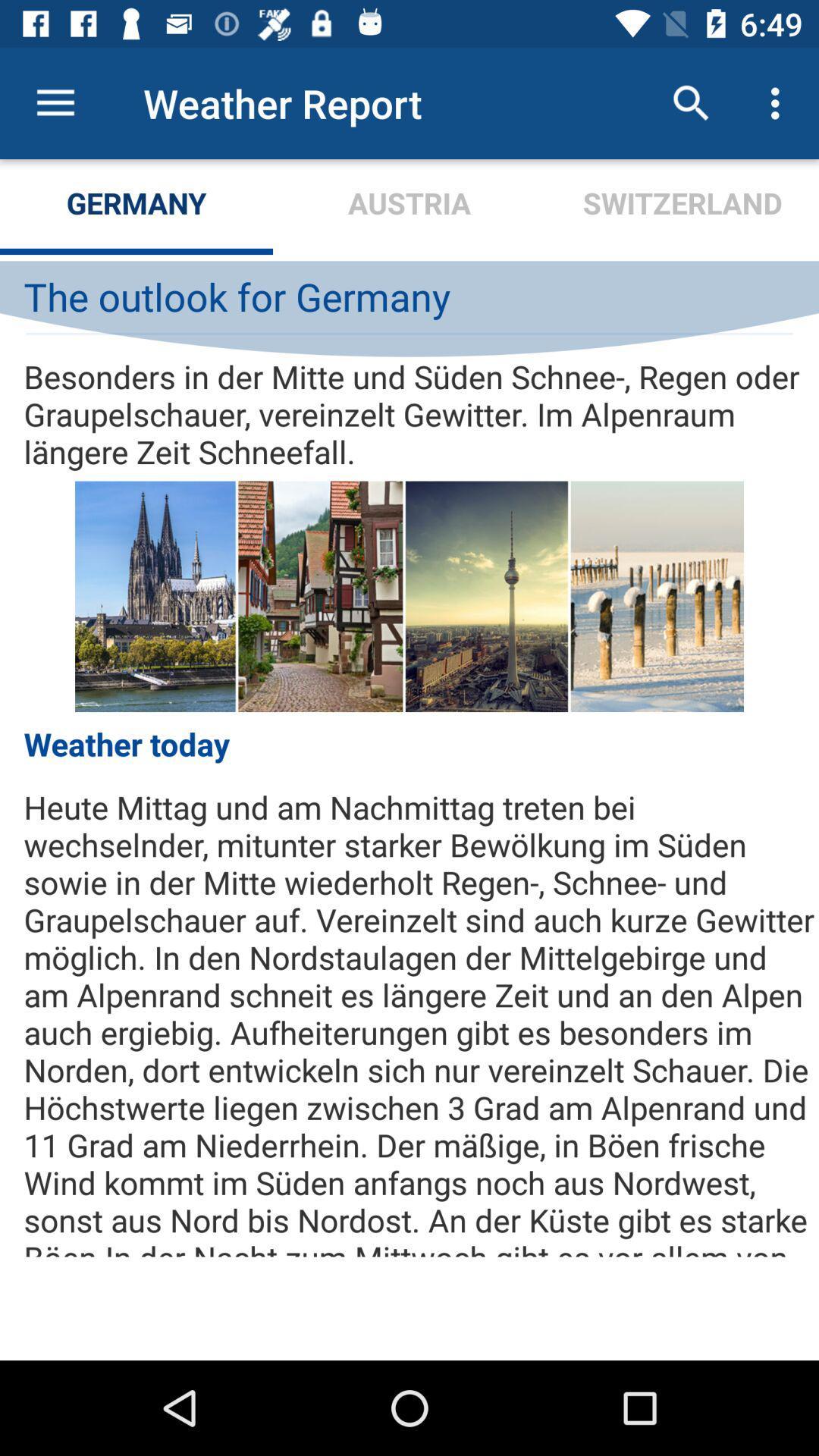 This screenshot has width=819, height=1456. I want to click on icon below the heute mittag und icon, so click(409, 1310).